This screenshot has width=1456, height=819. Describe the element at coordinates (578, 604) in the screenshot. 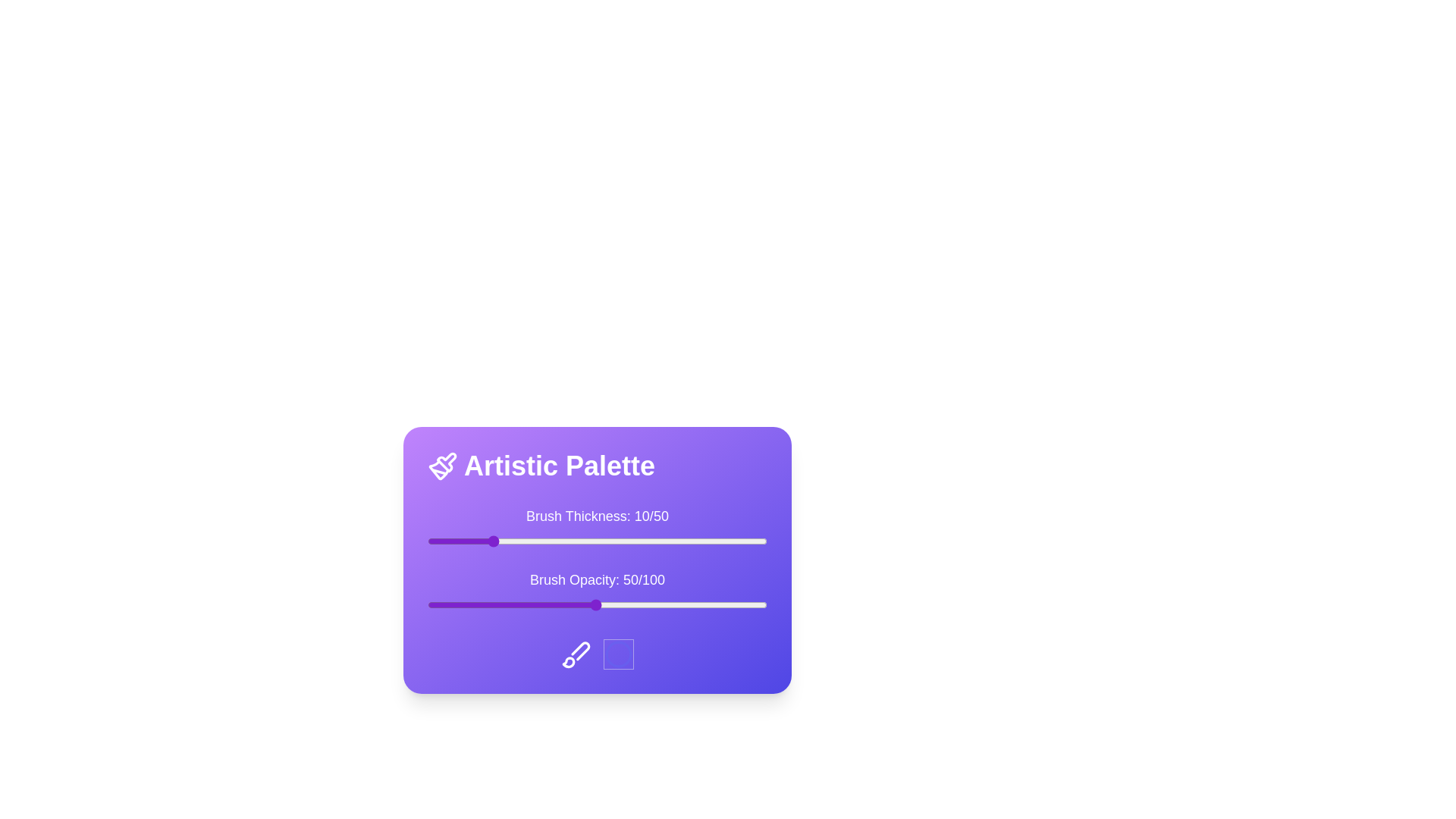

I see `the 'Brush Opacity' slider to set the opacity to 45%` at that location.